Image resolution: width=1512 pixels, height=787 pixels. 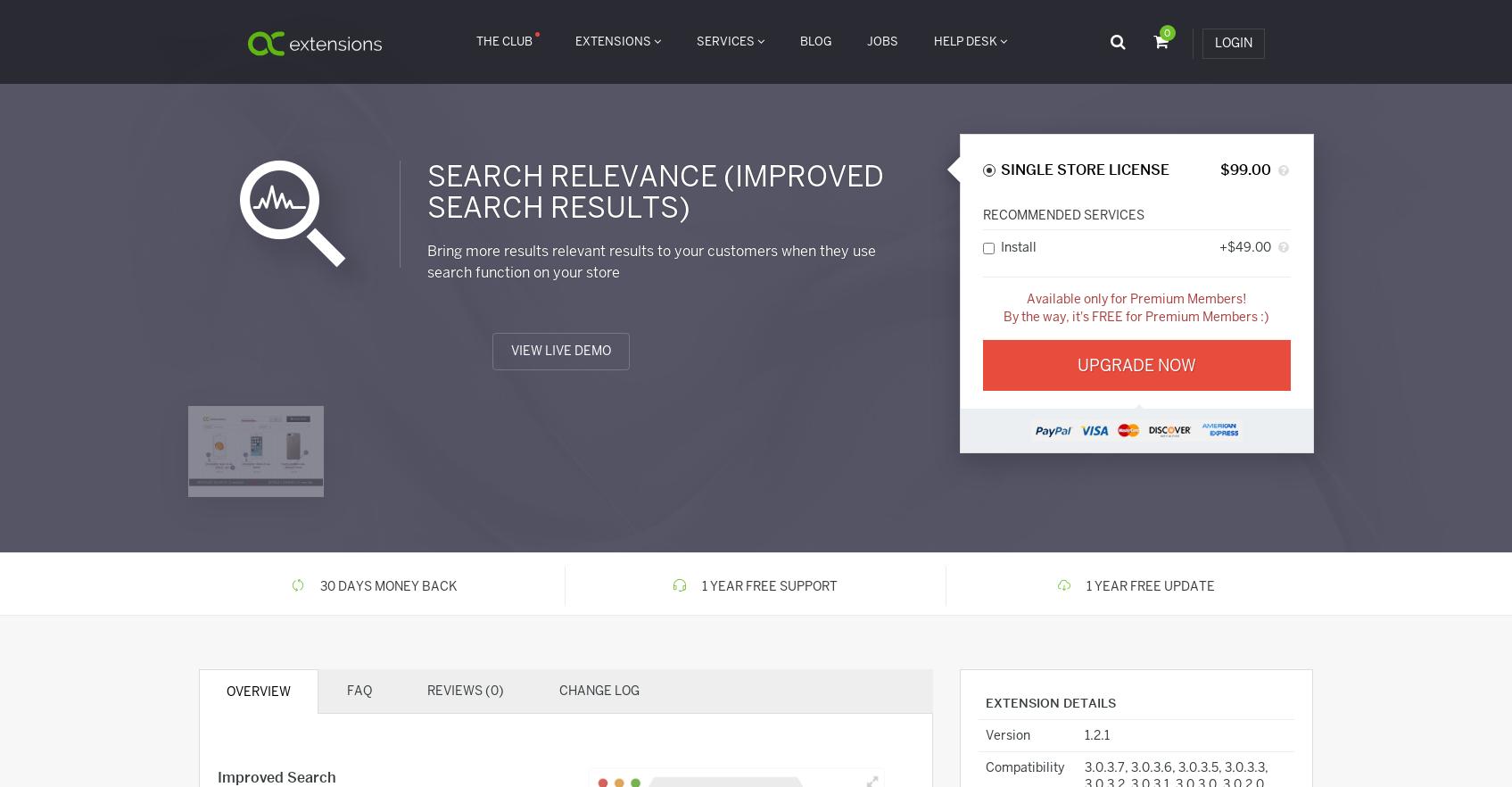 I want to click on 'View Live Demo', so click(x=560, y=351).